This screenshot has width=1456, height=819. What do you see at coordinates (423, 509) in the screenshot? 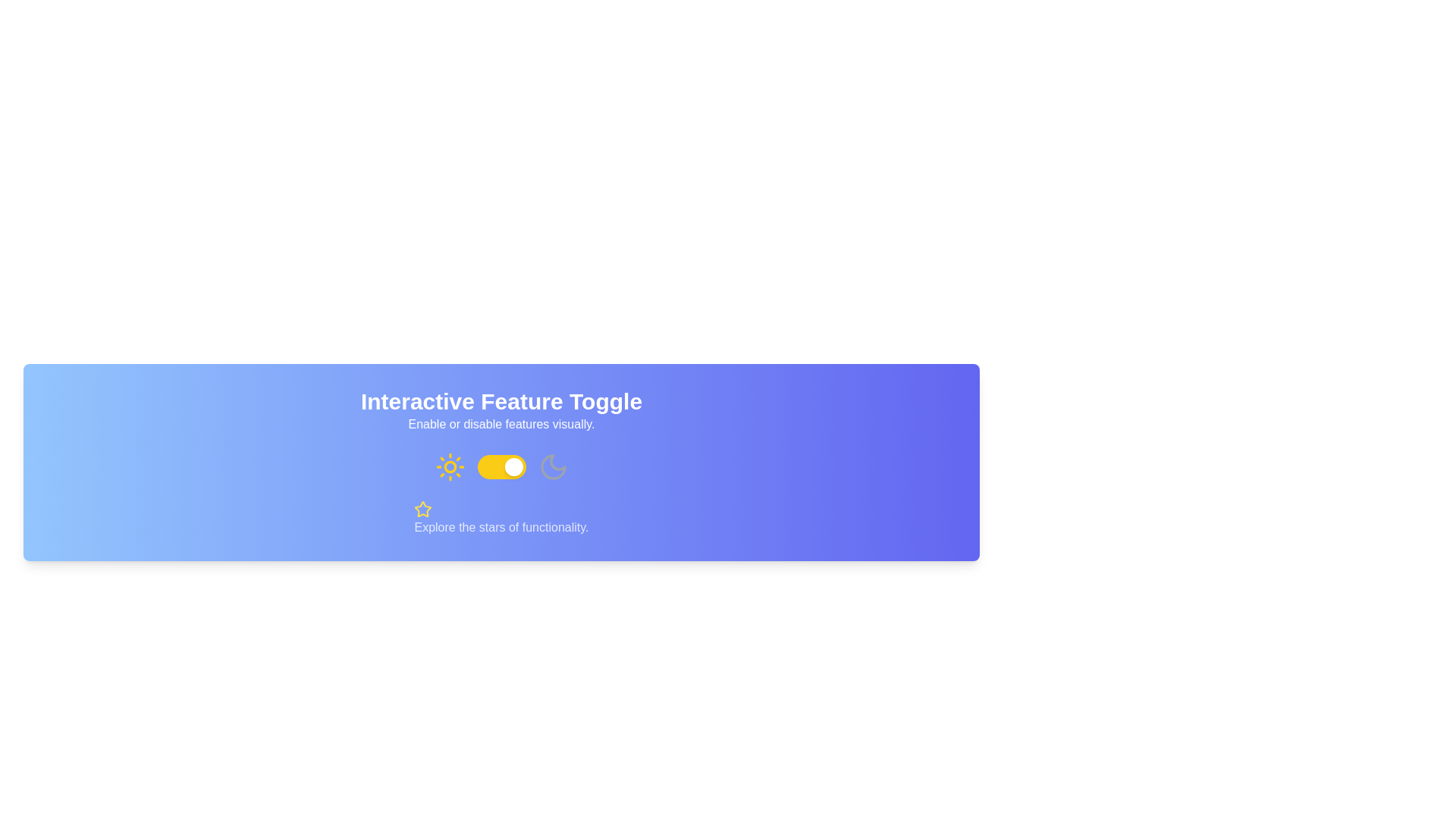
I see `the star icon located at the bottom-left corner of the blue interface area, positioned below the toggle switch component, to interact or trigger a response` at bounding box center [423, 509].